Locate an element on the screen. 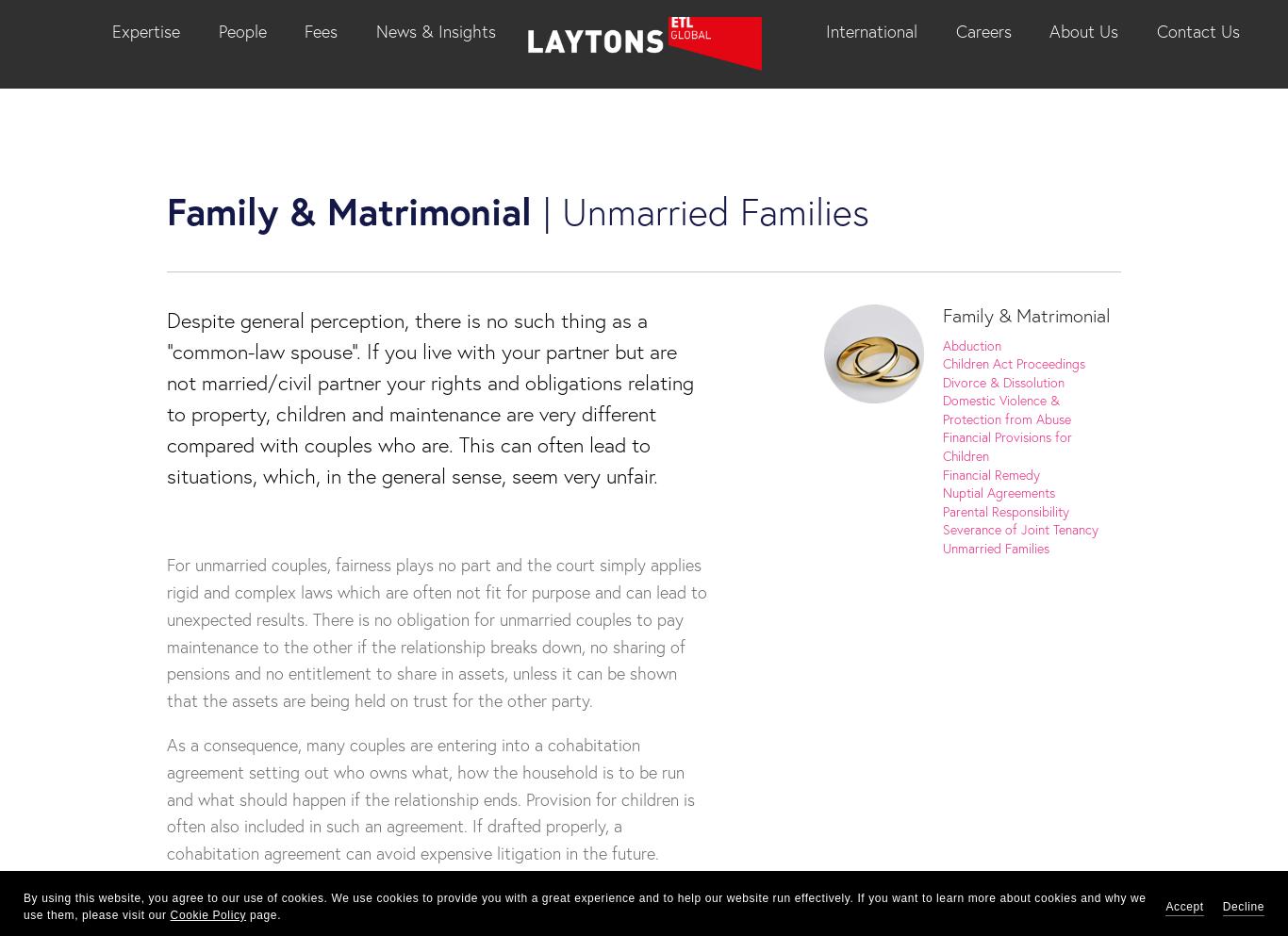 The image size is (1288, 936). 'People' is located at coordinates (241, 29).